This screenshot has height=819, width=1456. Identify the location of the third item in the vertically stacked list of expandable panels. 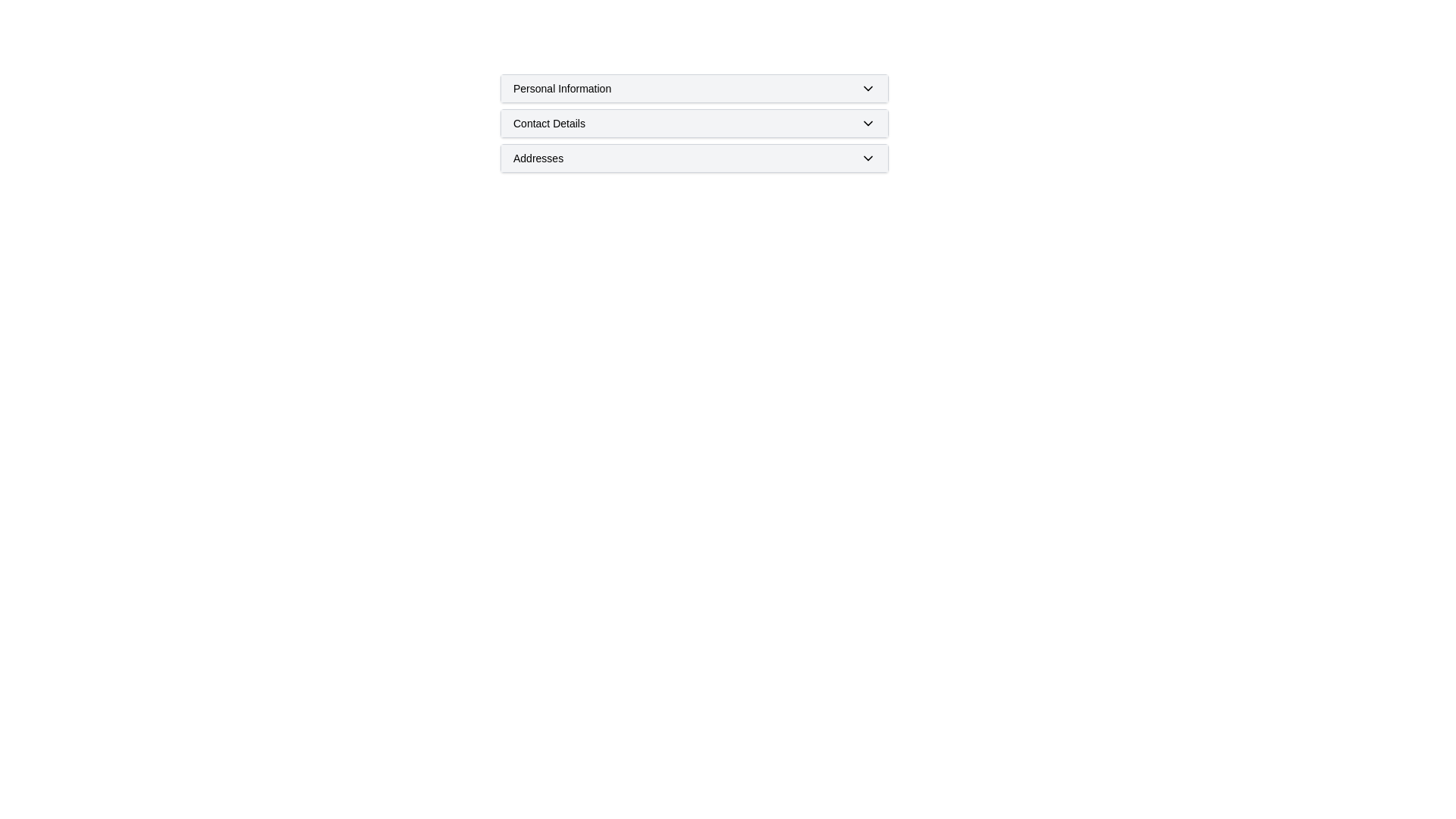
(694, 158).